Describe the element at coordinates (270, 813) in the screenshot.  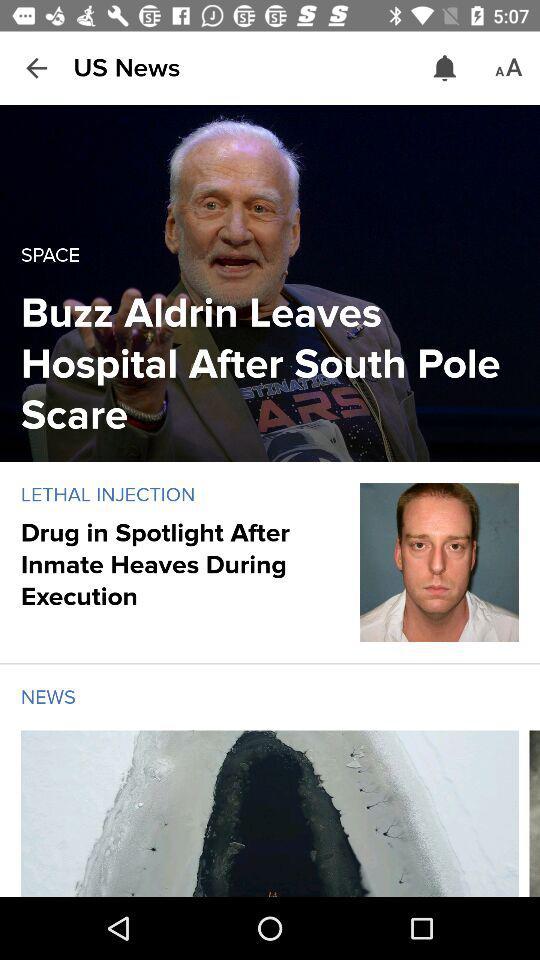
I see `open news` at that location.